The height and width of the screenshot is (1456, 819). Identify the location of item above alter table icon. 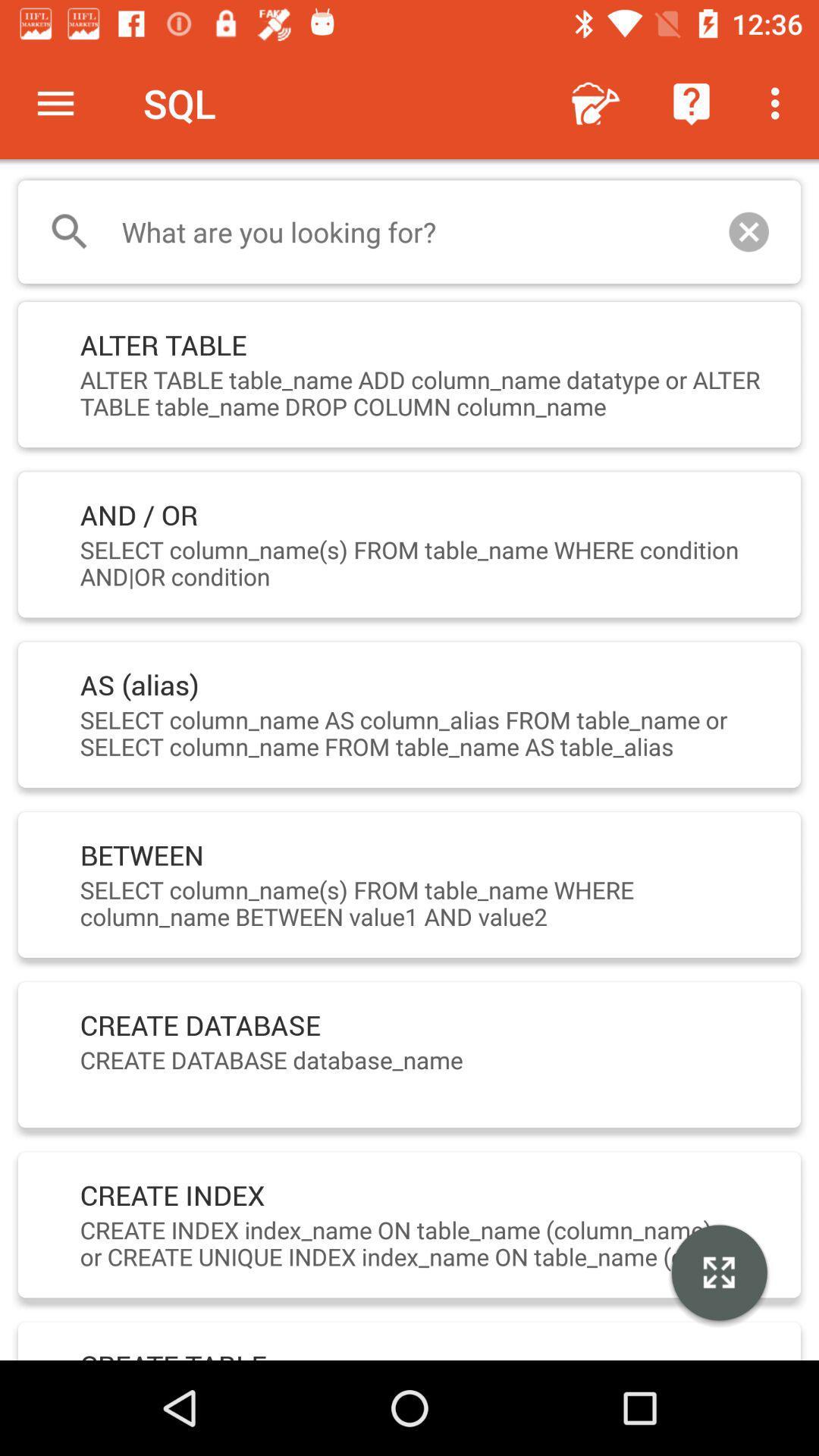
(409, 231).